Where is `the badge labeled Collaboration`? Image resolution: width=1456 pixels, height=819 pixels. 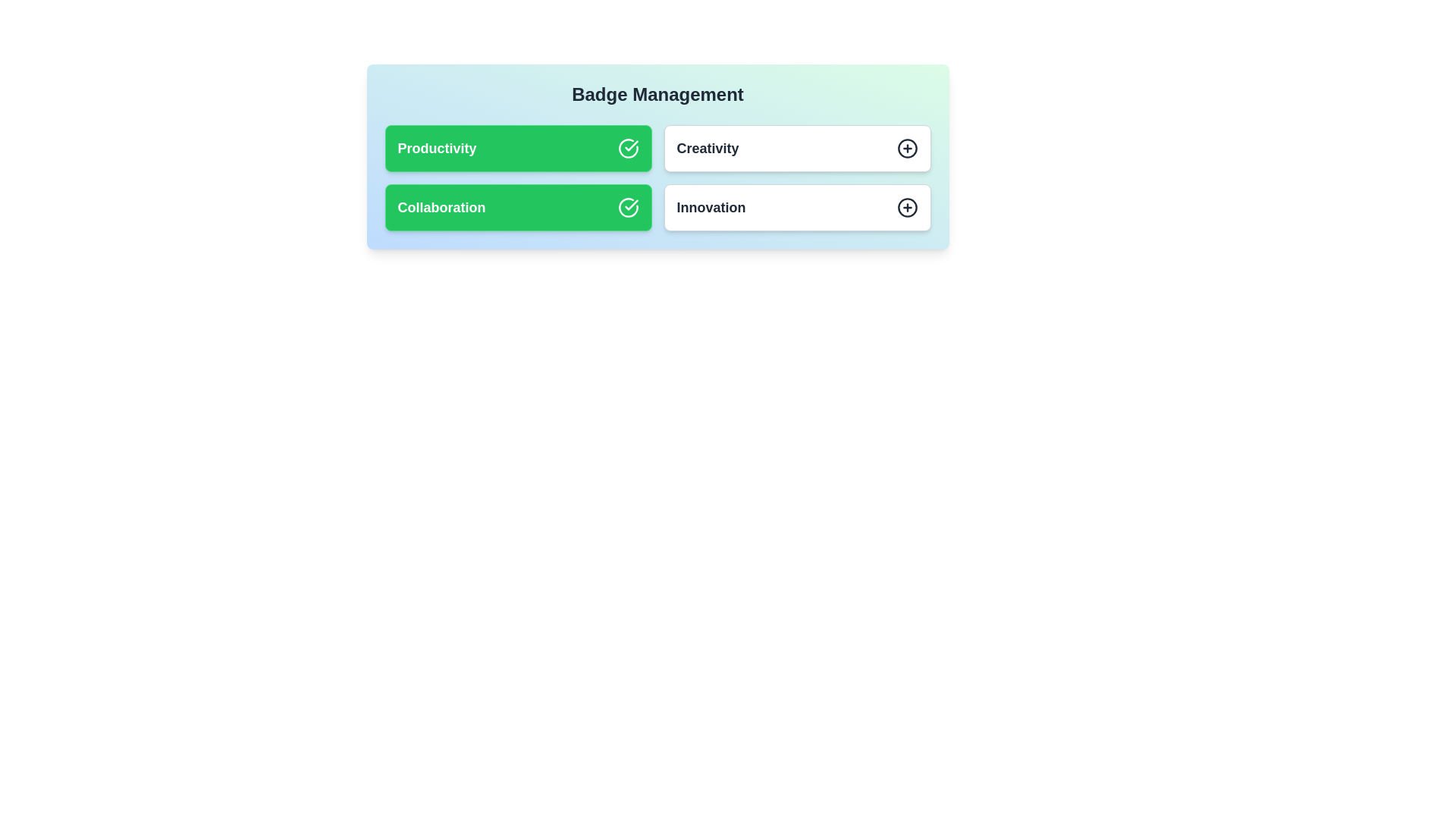 the badge labeled Collaboration is located at coordinates (518, 207).